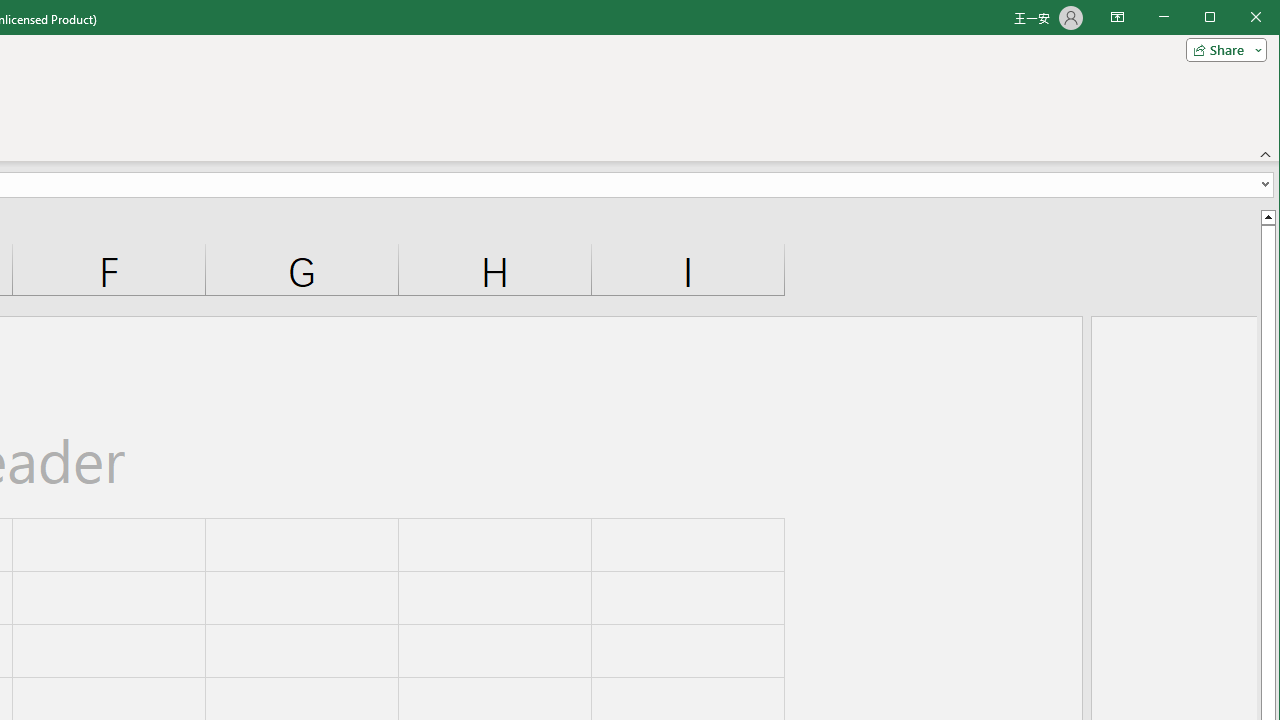  What do you see at coordinates (1215, 19) in the screenshot?
I see `'Minimize'` at bounding box center [1215, 19].